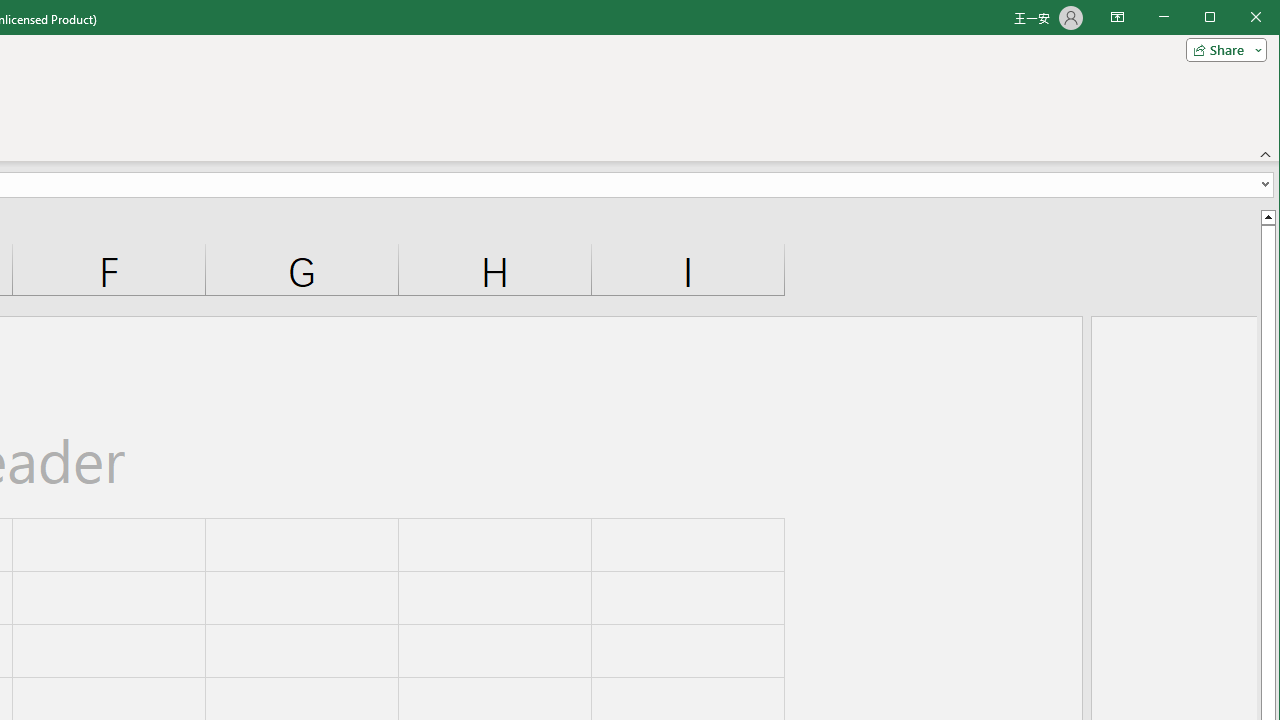  What do you see at coordinates (1215, 19) in the screenshot?
I see `'Minimize'` at bounding box center [1215, 19].